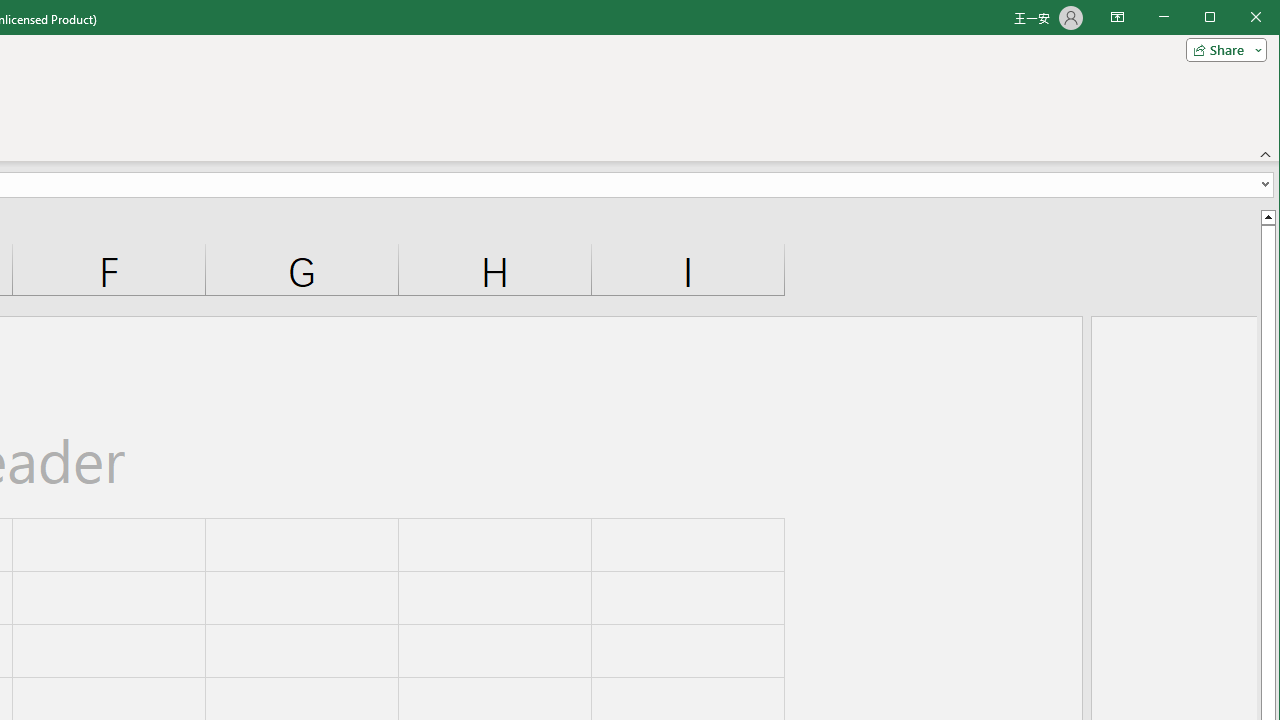  What do you see at coordinates (1215, 19) in the screenshot?
I see `'Minimize'` at bounding box center [1215, 19].